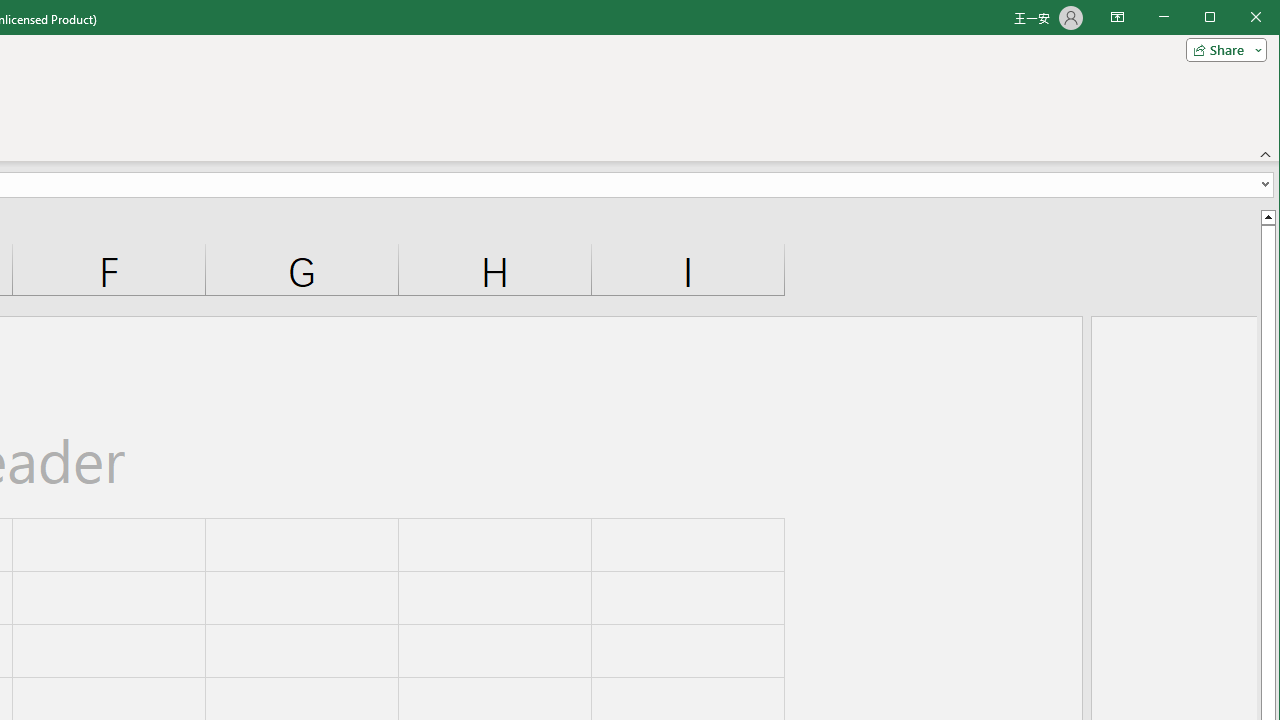  What do you see at coordinates (1215, 19) in the screenshot?
I see `'Minimize'` at bounding box center [1215, 19].